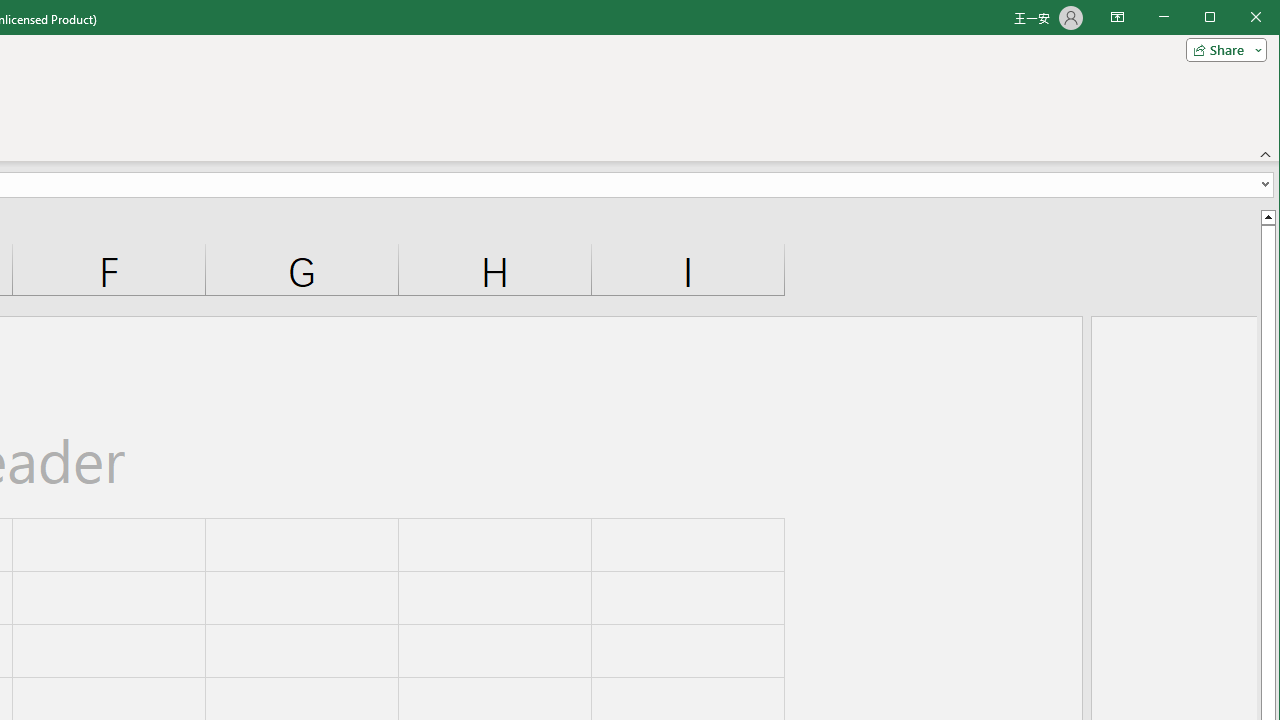  What do you see at coordinates (1215, 19) in the screenshot?
I see `'Minimize'` at bounding box center [1215, 19].